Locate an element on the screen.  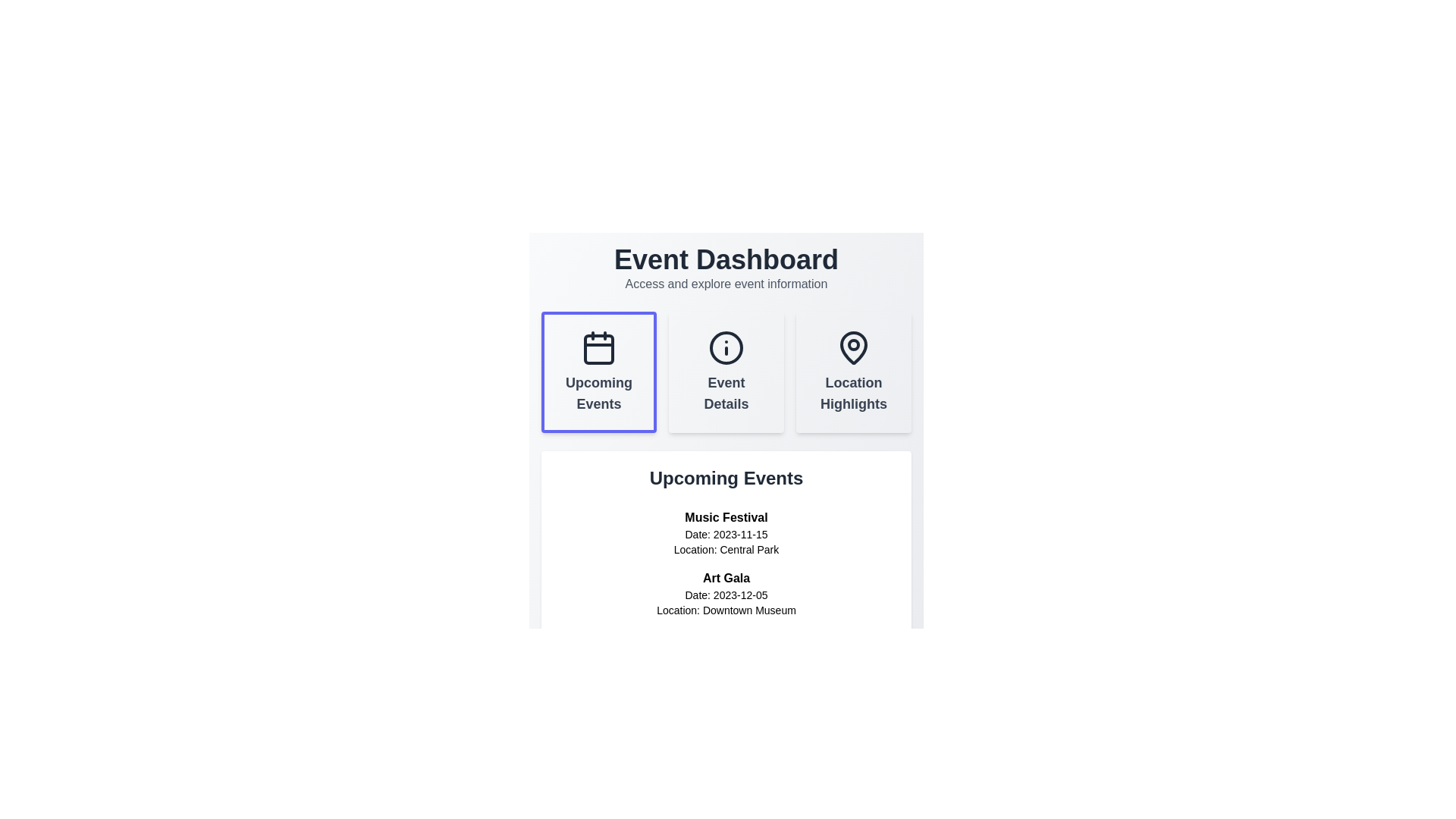
the information icon located in the second card below the 'Event Dashboard' heading is located at coordinates (726, 348).